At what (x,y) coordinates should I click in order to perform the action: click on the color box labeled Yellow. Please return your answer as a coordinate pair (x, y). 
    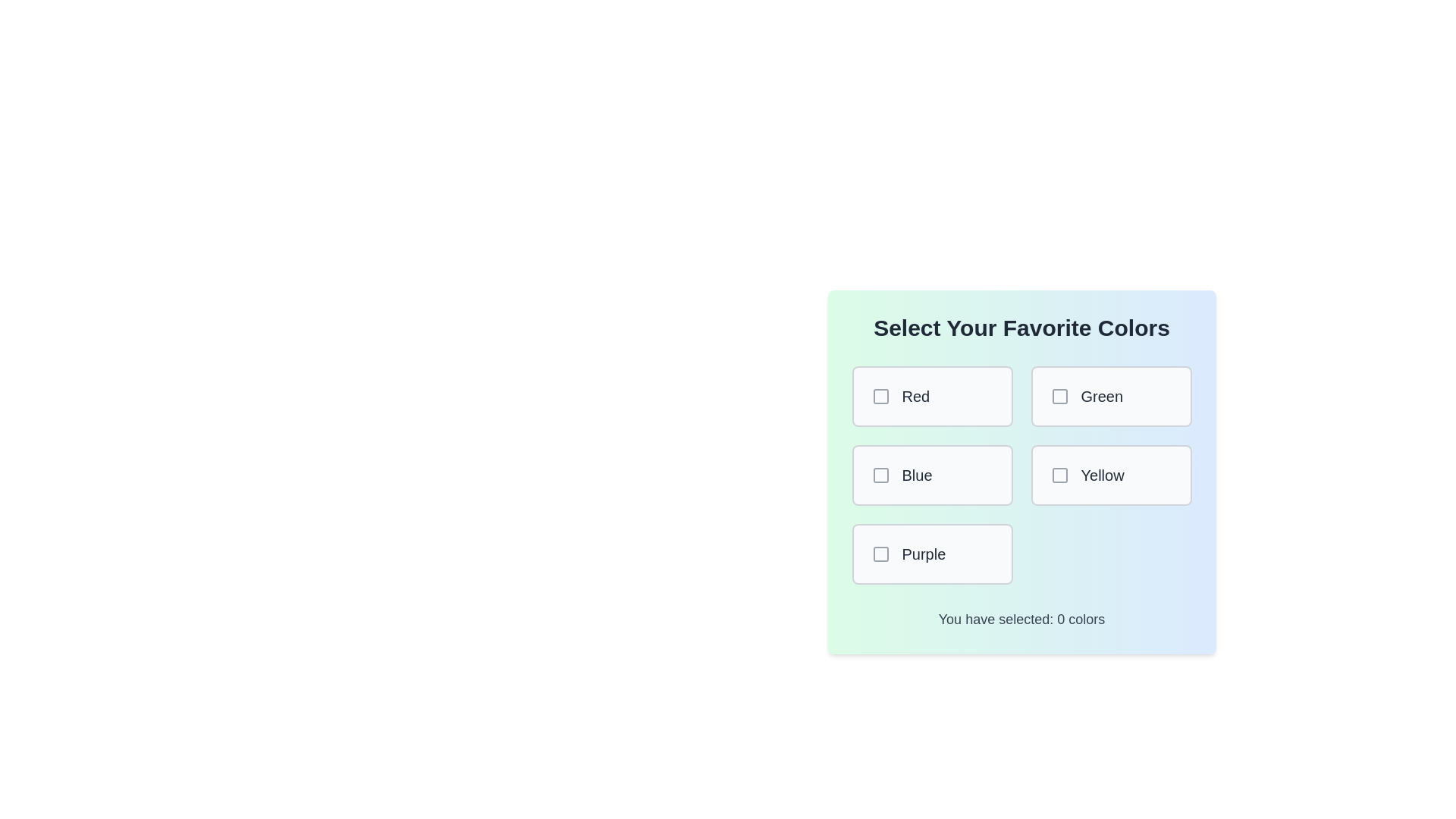
    Looking at the image, I should click on (1111, 475).